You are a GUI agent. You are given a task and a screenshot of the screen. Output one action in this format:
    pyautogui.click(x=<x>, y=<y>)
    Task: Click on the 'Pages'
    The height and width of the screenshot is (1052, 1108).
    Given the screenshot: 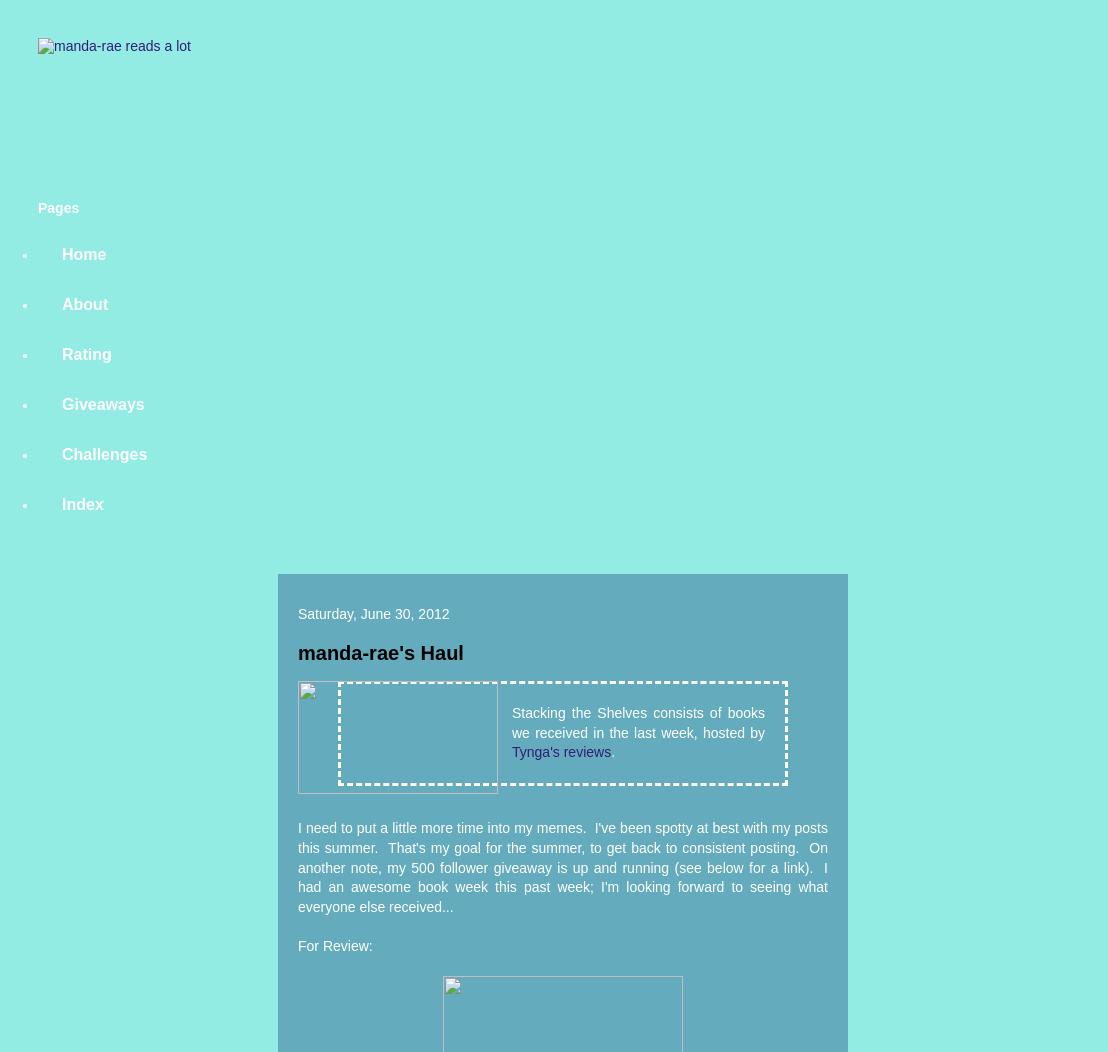 What is the action you would take?
    pyautogui.click(x=57, y=207)
    